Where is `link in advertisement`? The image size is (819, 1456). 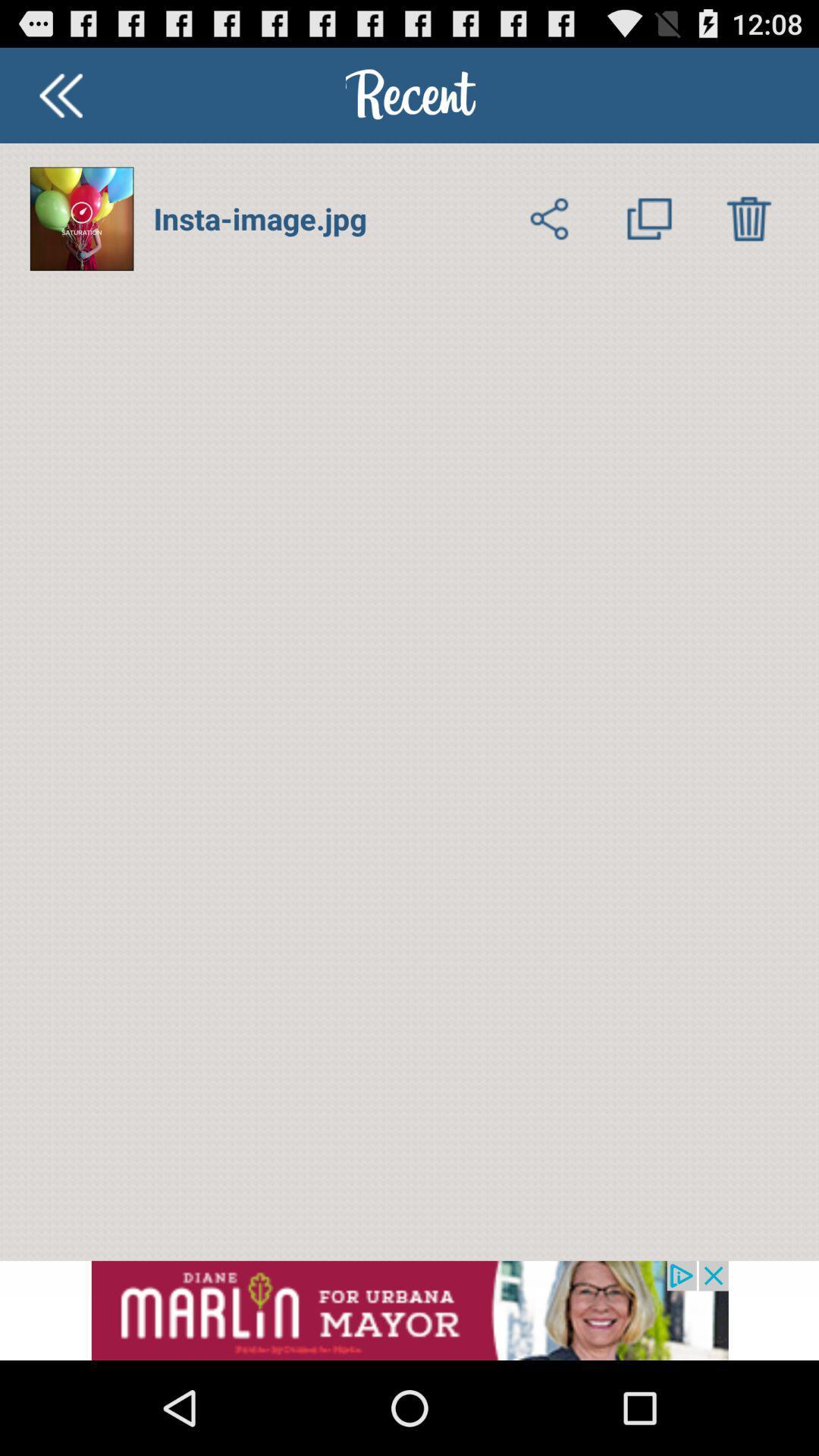 link in advertisement is located at coordinates (409, 1310).